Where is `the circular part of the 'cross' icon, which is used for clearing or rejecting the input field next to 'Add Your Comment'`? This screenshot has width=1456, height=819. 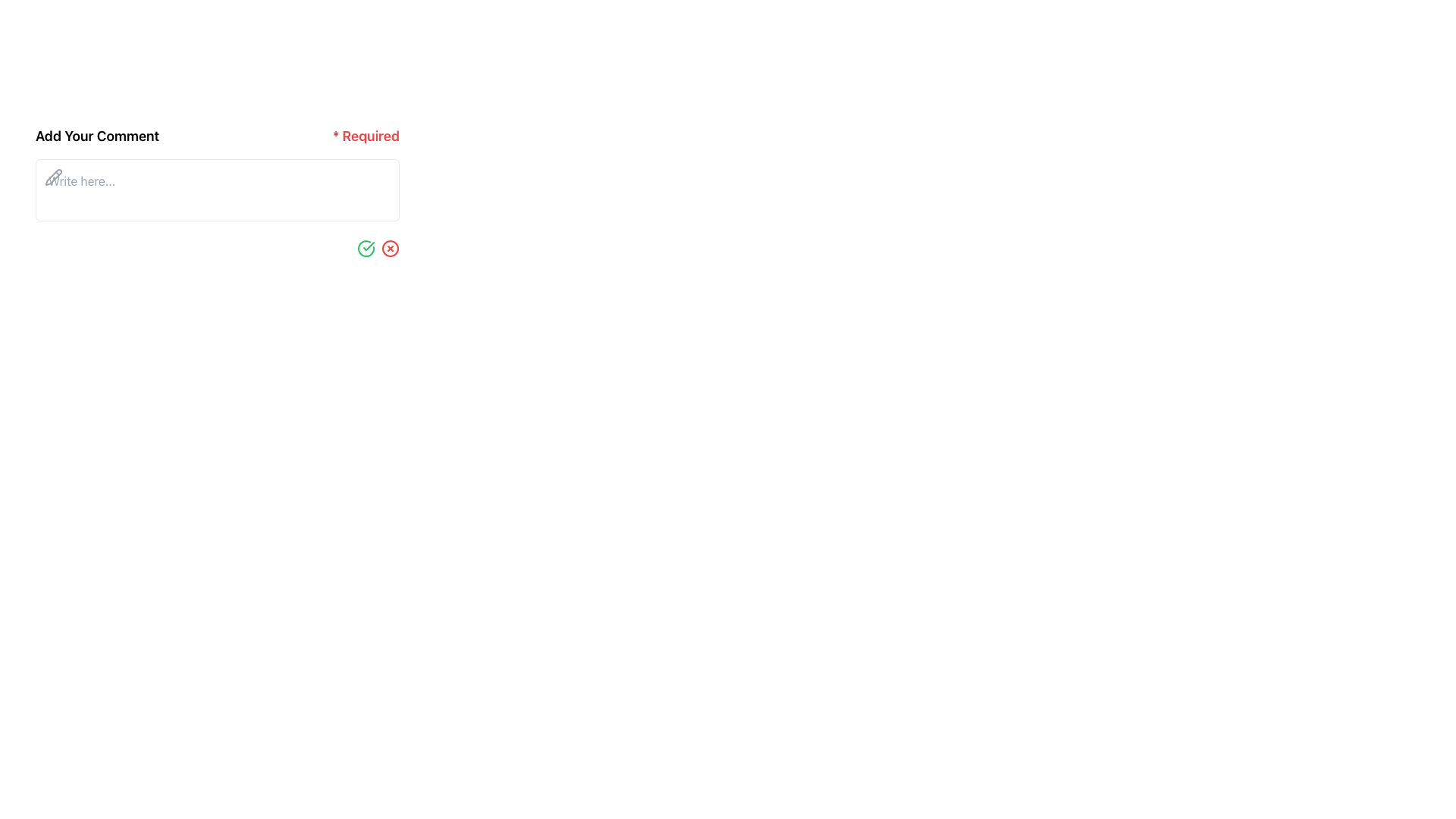 the circular part of the 'cross' icon, which is used for clearing or rejecting the input field next to 'Add Your Comment' is located at coordinates (390, 247).